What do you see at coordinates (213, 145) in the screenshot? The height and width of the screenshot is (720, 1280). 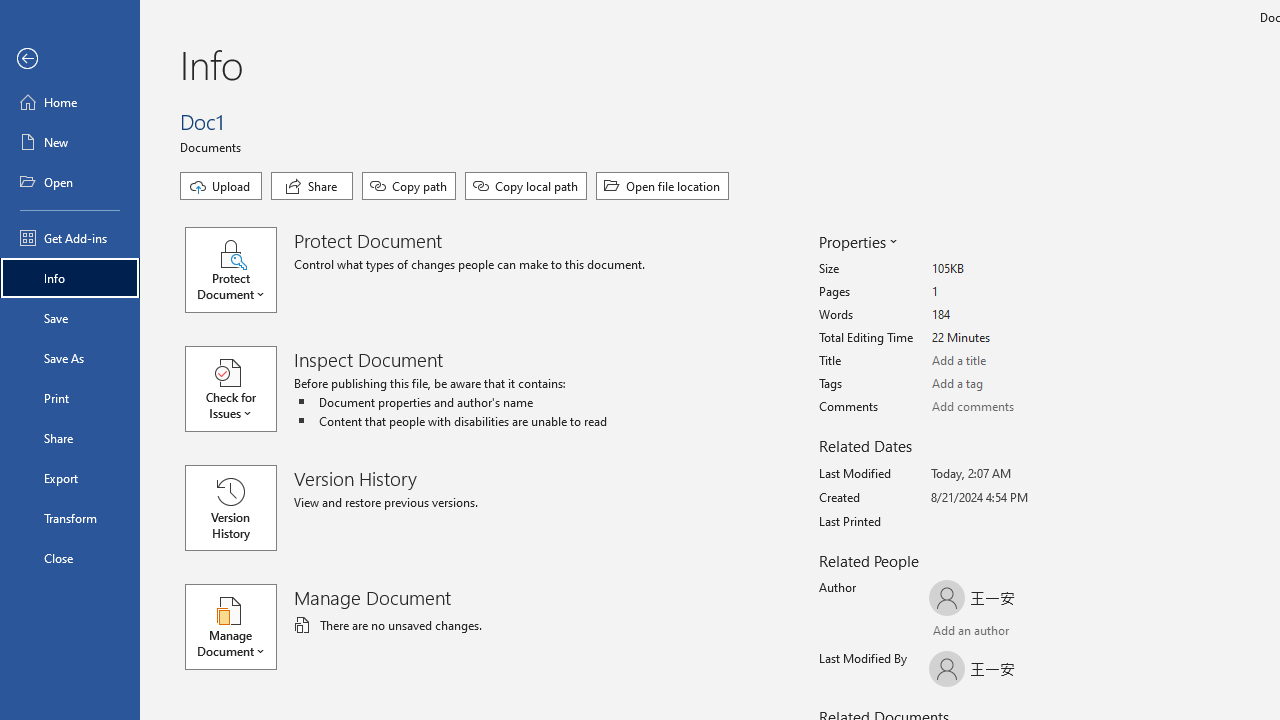 I see `'Documents'` at bounding box center [213, 145].